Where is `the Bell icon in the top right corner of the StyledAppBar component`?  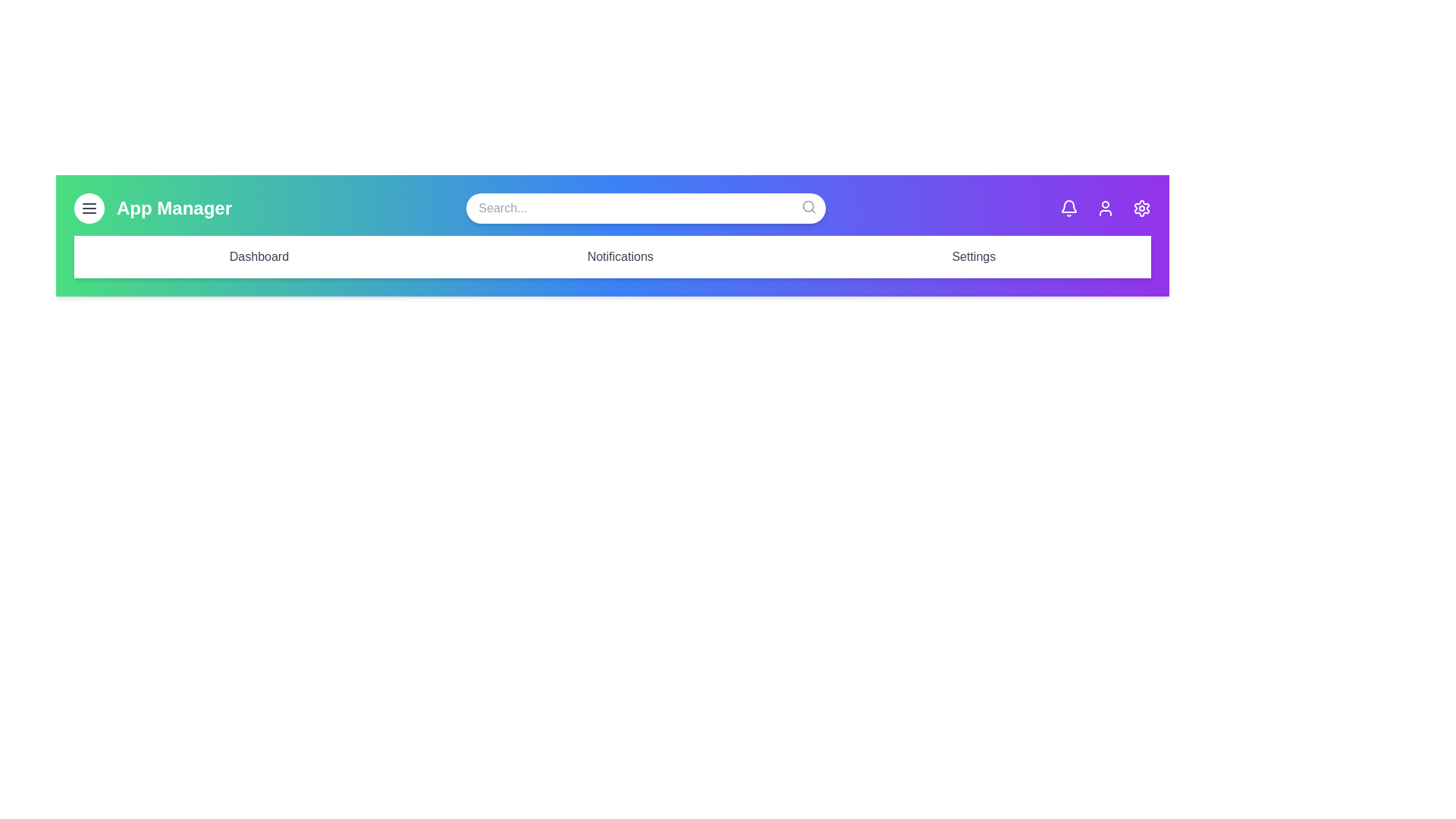 the Bell icon in the top right corner of the StyledAppBar component is located at coordinates (1068, 208).